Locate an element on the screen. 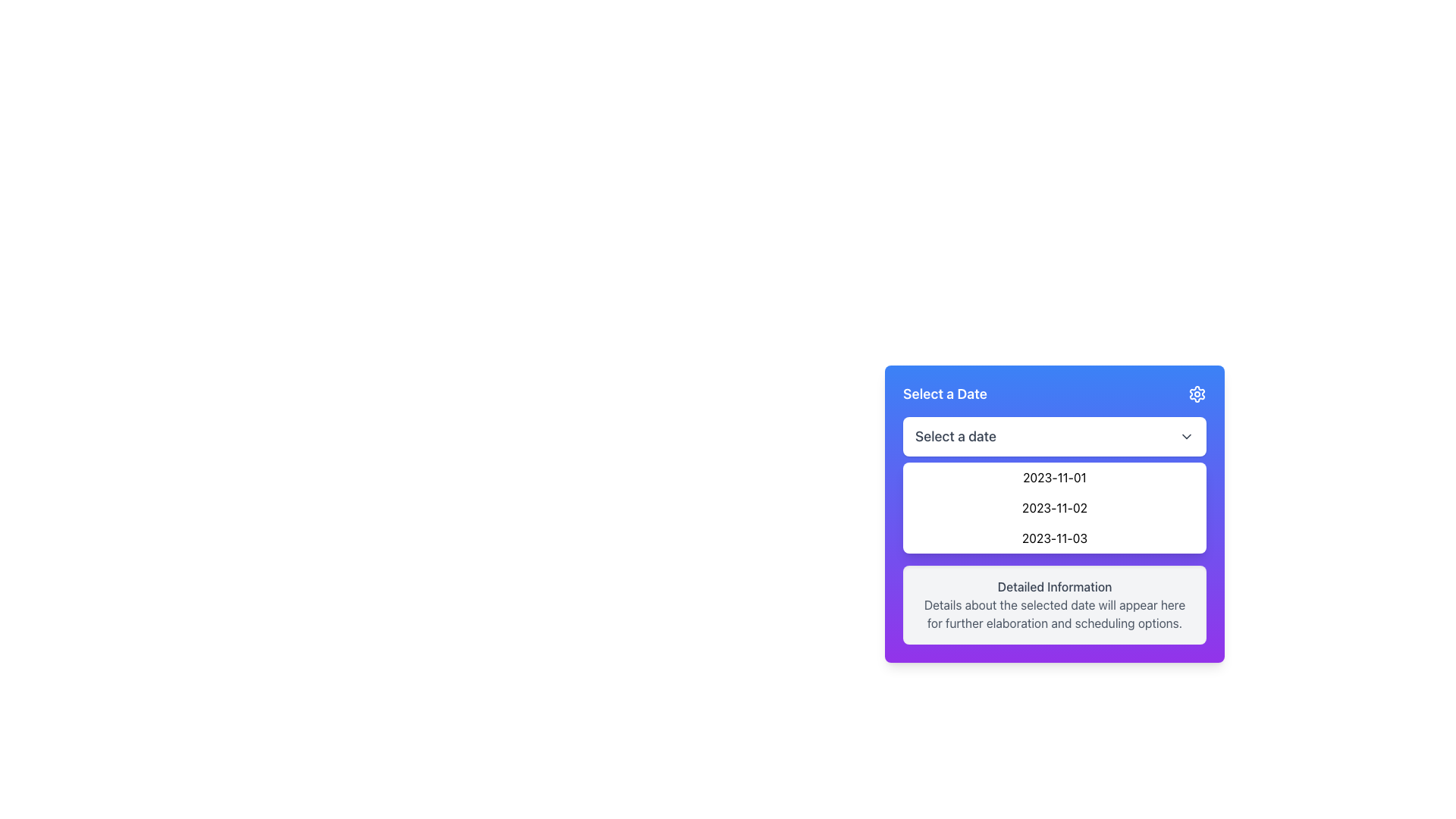 The height and width of the screenshot is (819, 1456). the dropdown menu item displaying the date '2023-11-02' is located at coordinates (1054, 508).